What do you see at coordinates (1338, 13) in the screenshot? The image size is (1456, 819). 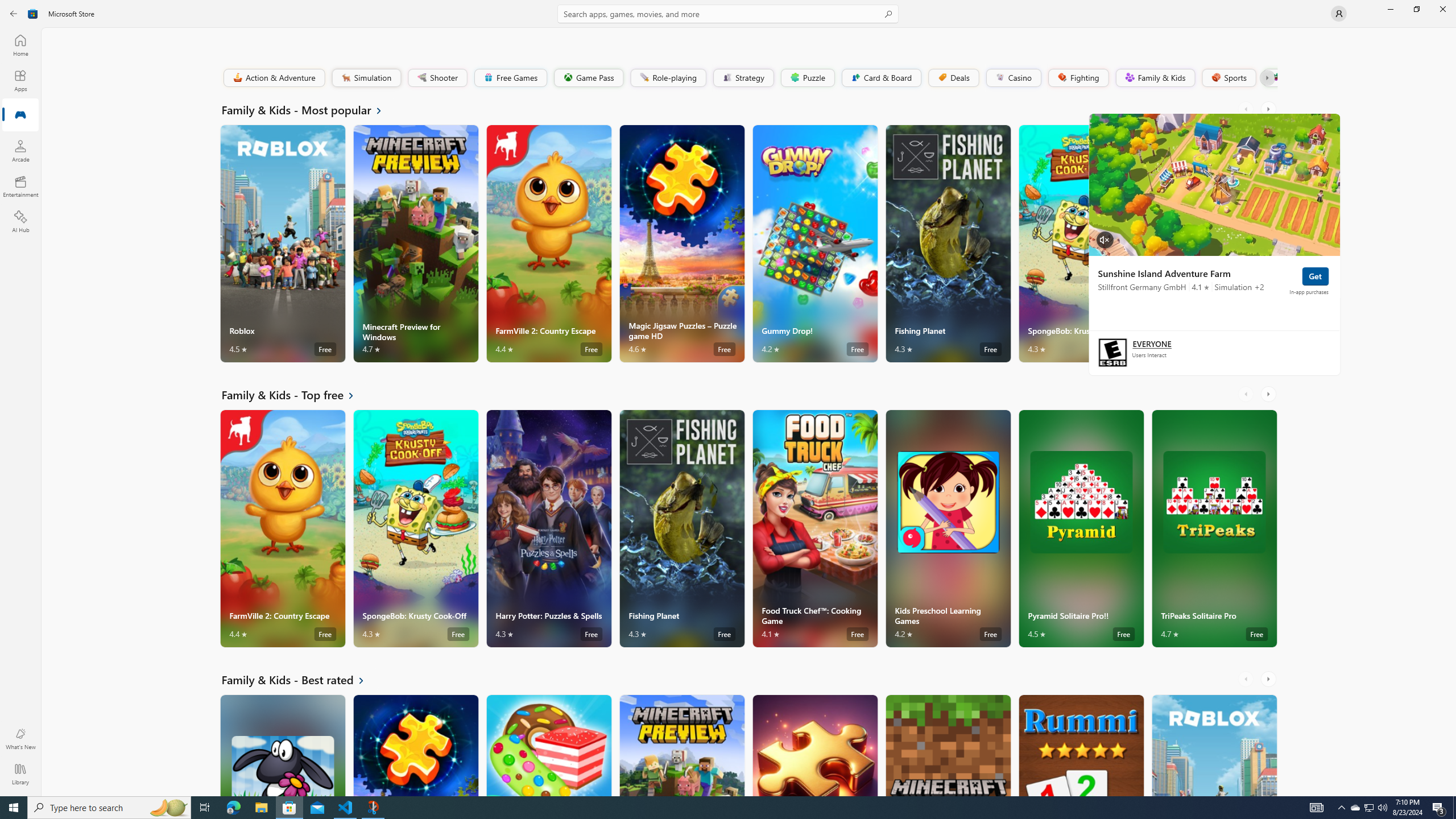 I see `'User profile'` at bounding box center [1338, 13].